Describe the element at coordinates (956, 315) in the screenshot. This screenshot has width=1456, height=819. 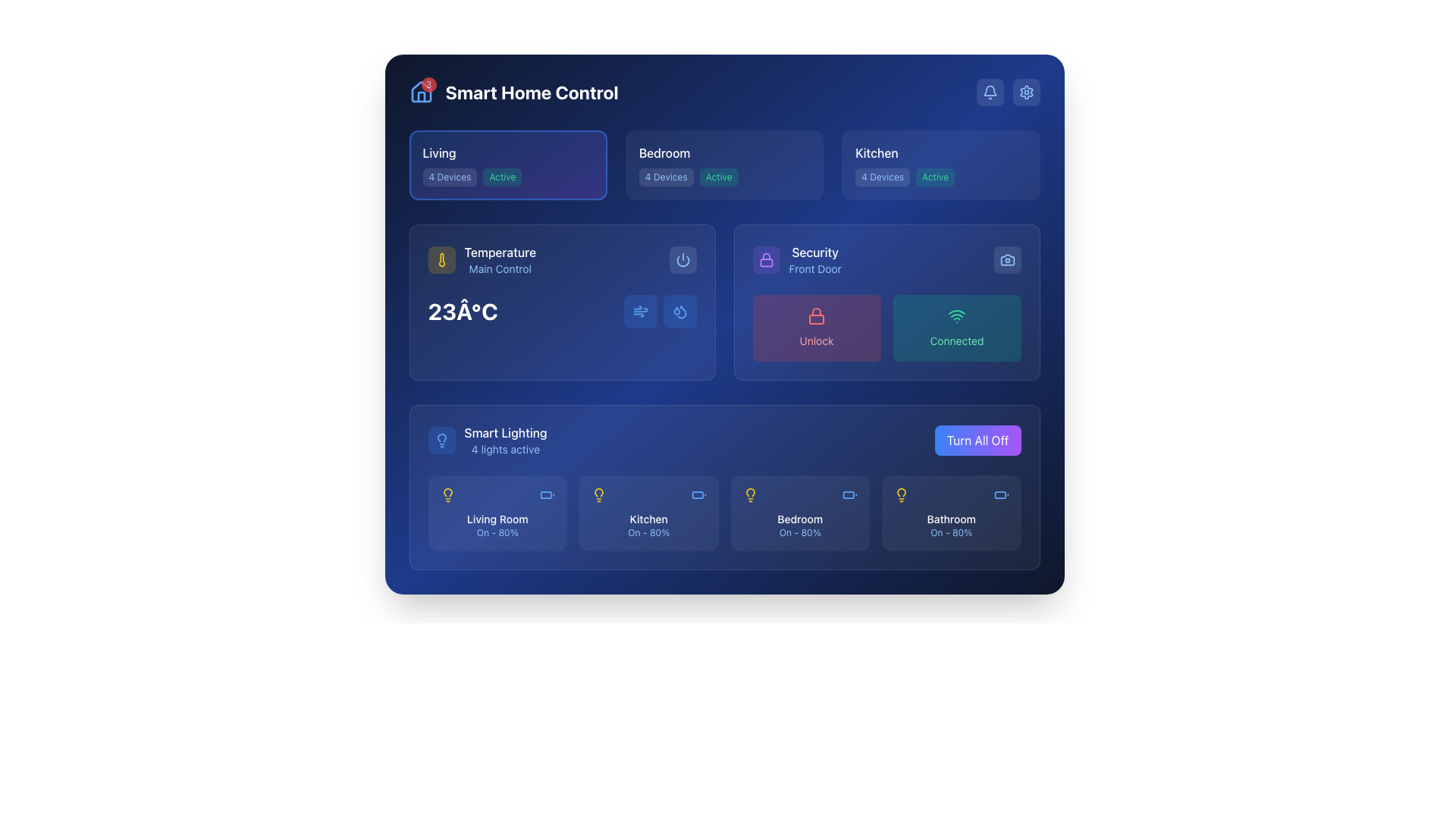
I see `the Wi-Fi icon element, which is a compact, circular design with cascading semi-circles above a small circle, styled in emerald-green hue, located in the third column of the second row within a rectangular card above the 'Connected' label` at that location.